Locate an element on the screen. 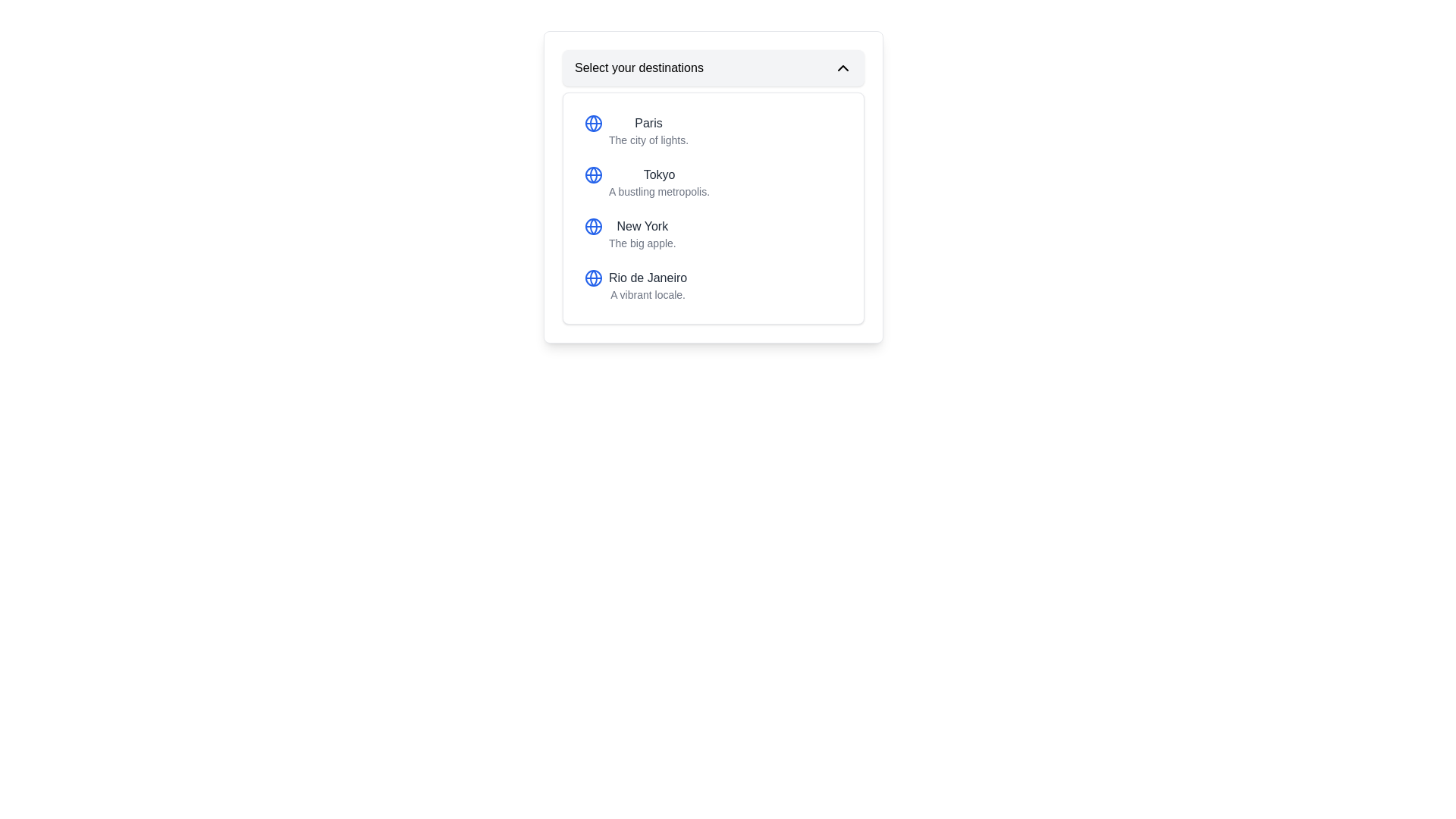 This screenshot has width=1456, height=819. the static text label that displays 'The big apple.' positioned directly below the 'New York' label is located at coordinates (642, 242).